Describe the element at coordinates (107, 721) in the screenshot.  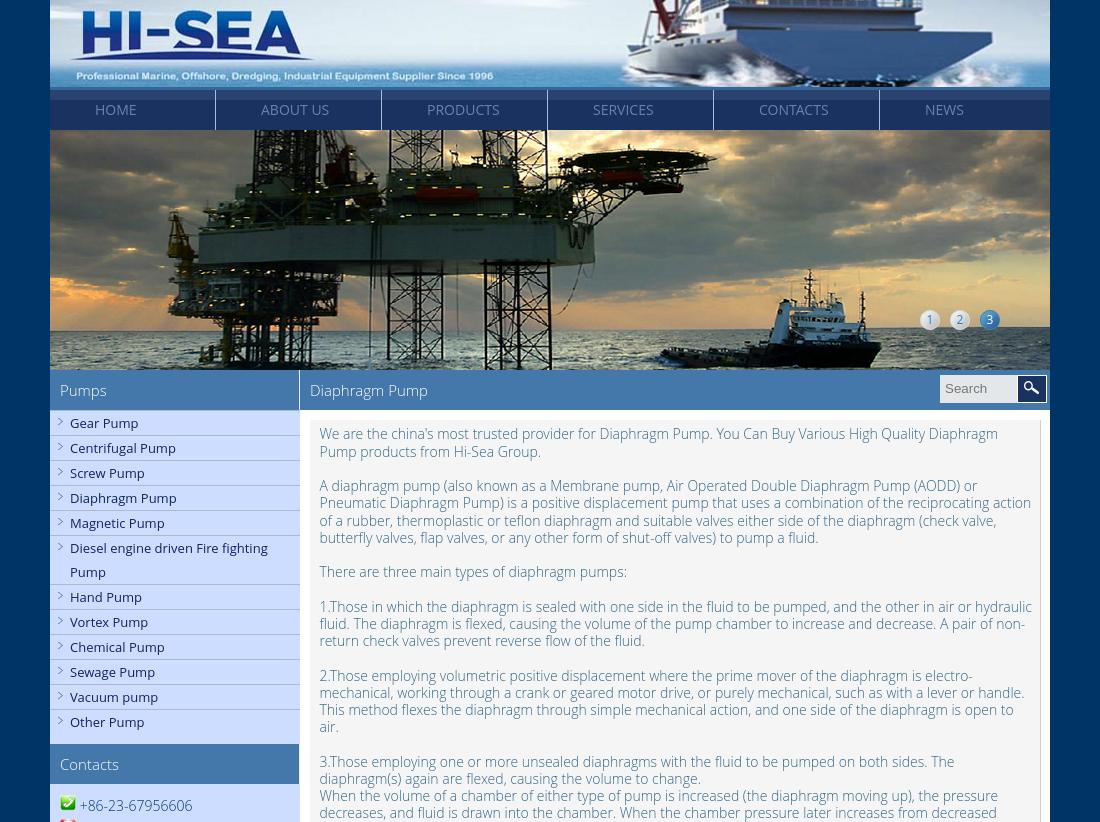
I see `'Other Pump'` at that location.